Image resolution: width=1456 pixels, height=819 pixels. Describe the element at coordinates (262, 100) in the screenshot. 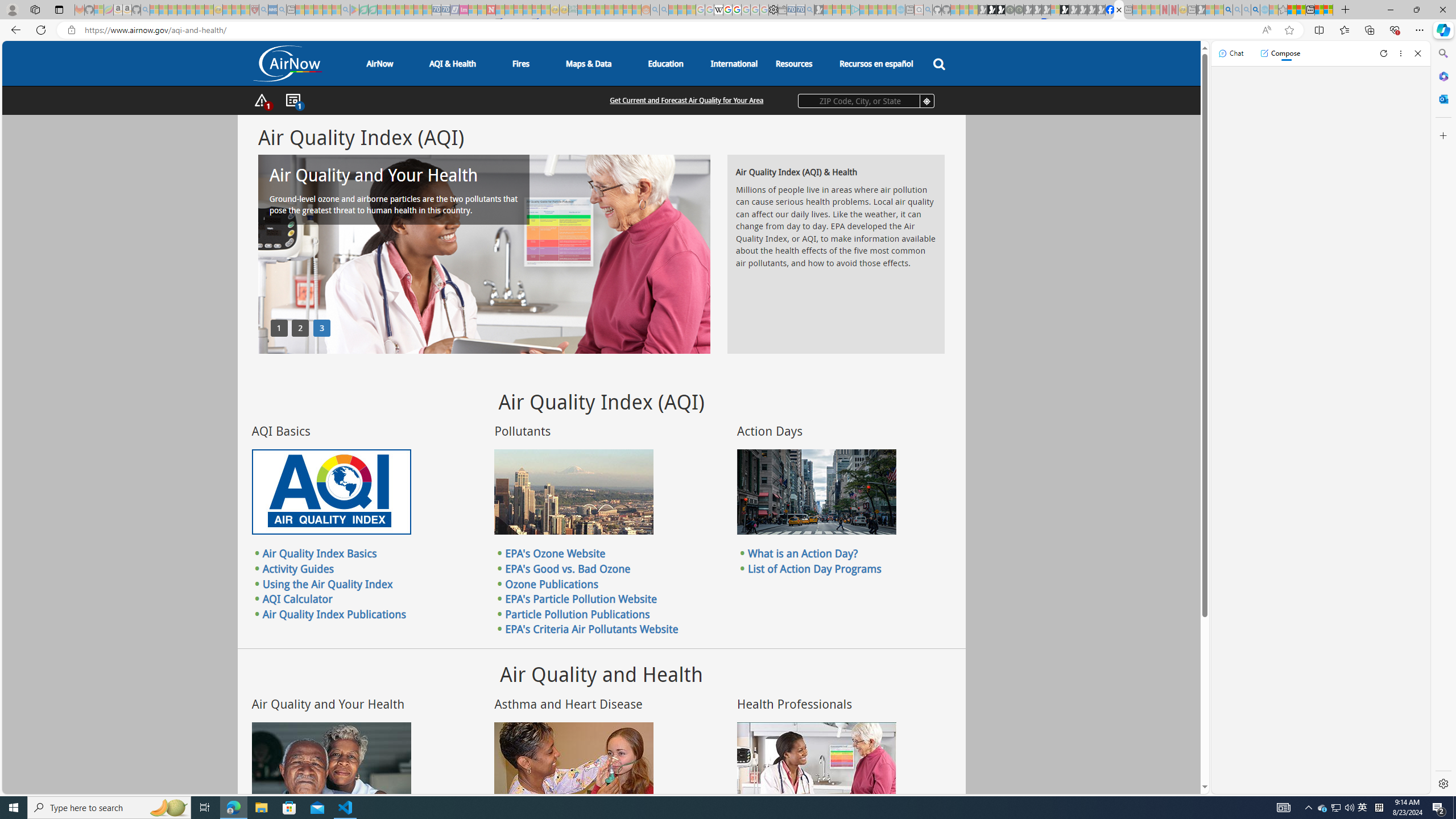

I see `'AutomationID: nav-alerts-toggle'` at that location.